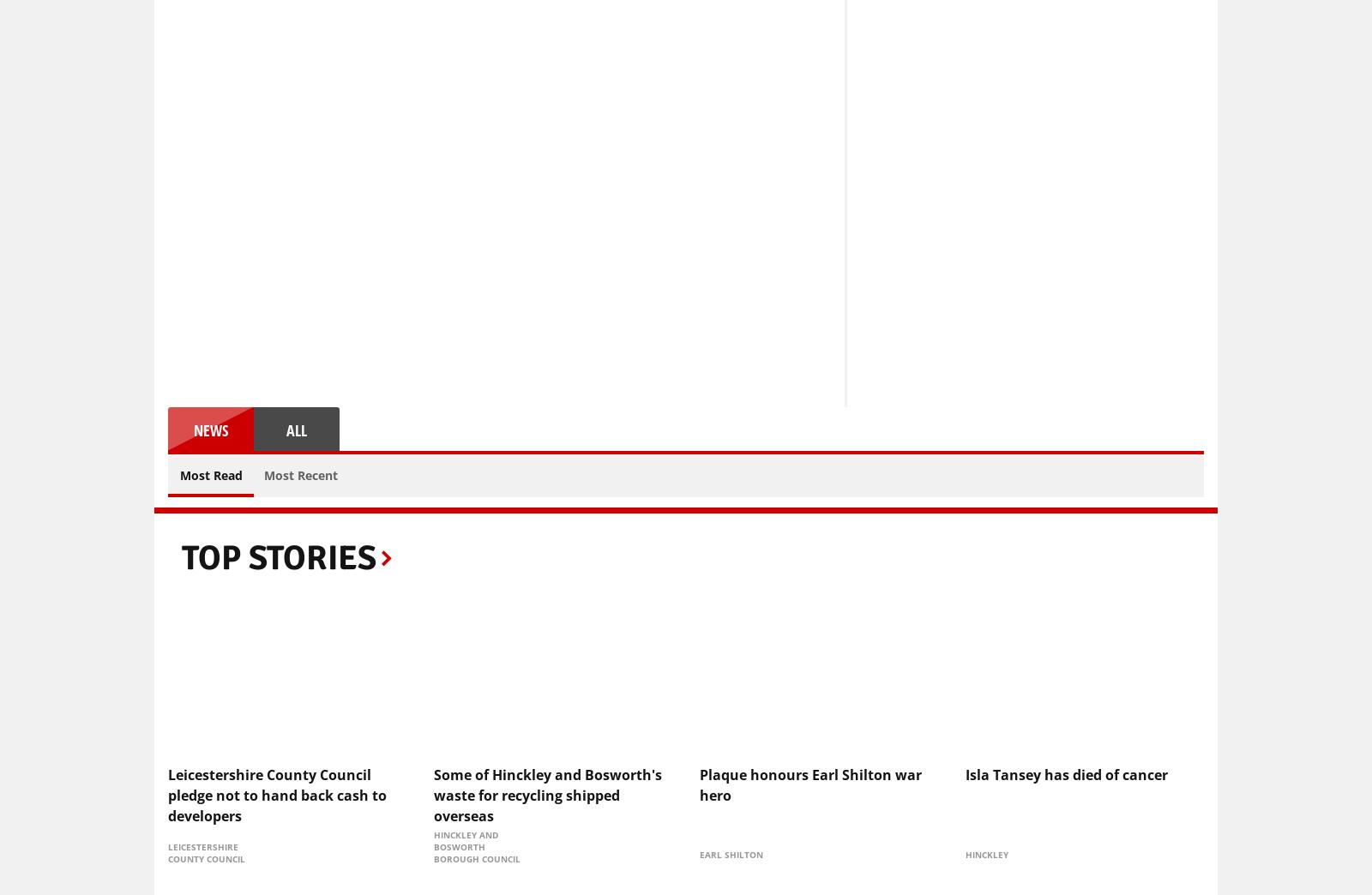 The image size is (1372, 895). I want to click on 'Leicestershire County Council pledge not to hand back cash to developers', so click(277, 793).